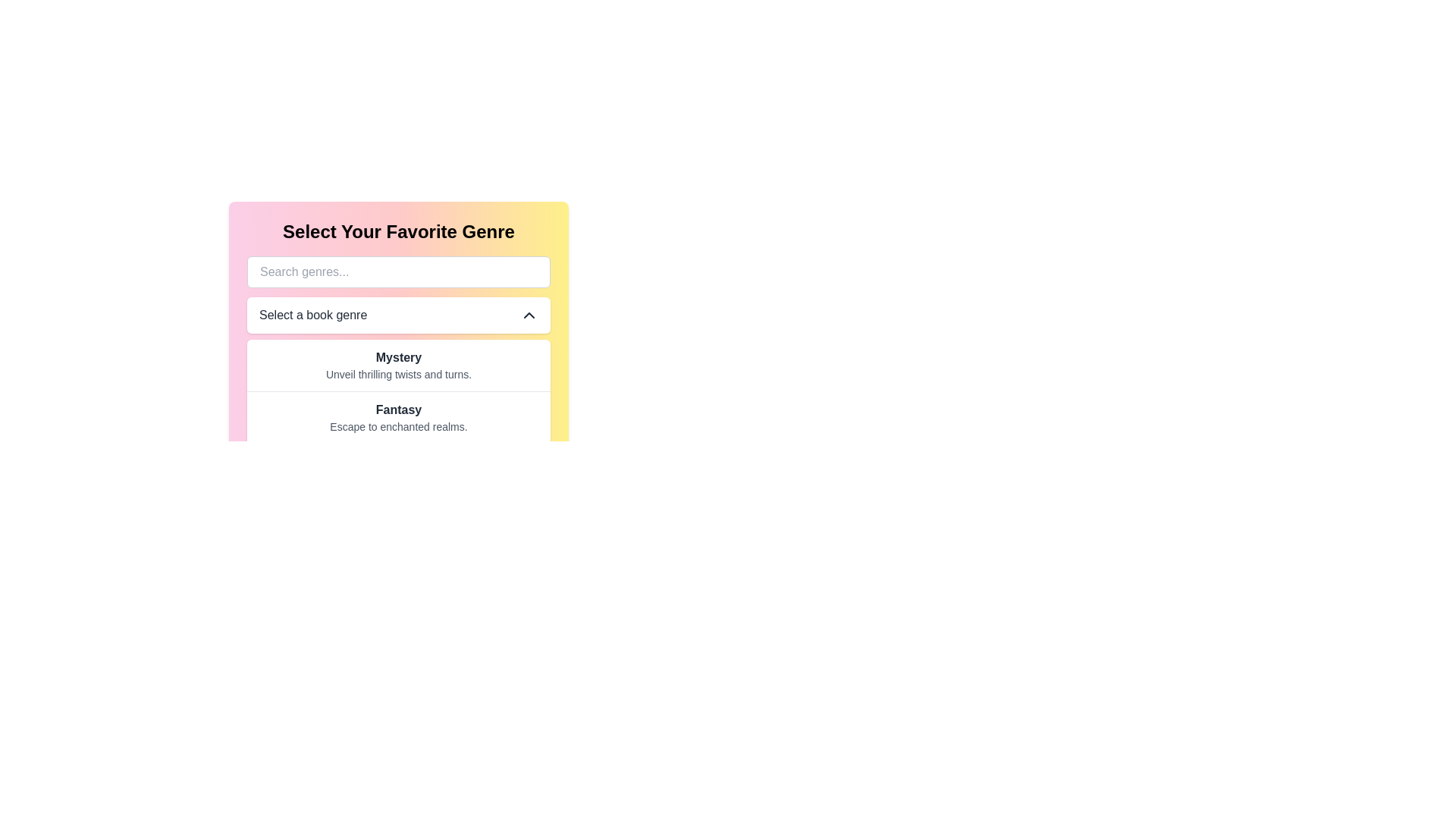  What do you see at coordinates (399, 366) in the screenshot?
I see `to select the genre 'Mystery' from the topmost entry in the list, which features a bold title and a description` at bounding box center [399, 366].